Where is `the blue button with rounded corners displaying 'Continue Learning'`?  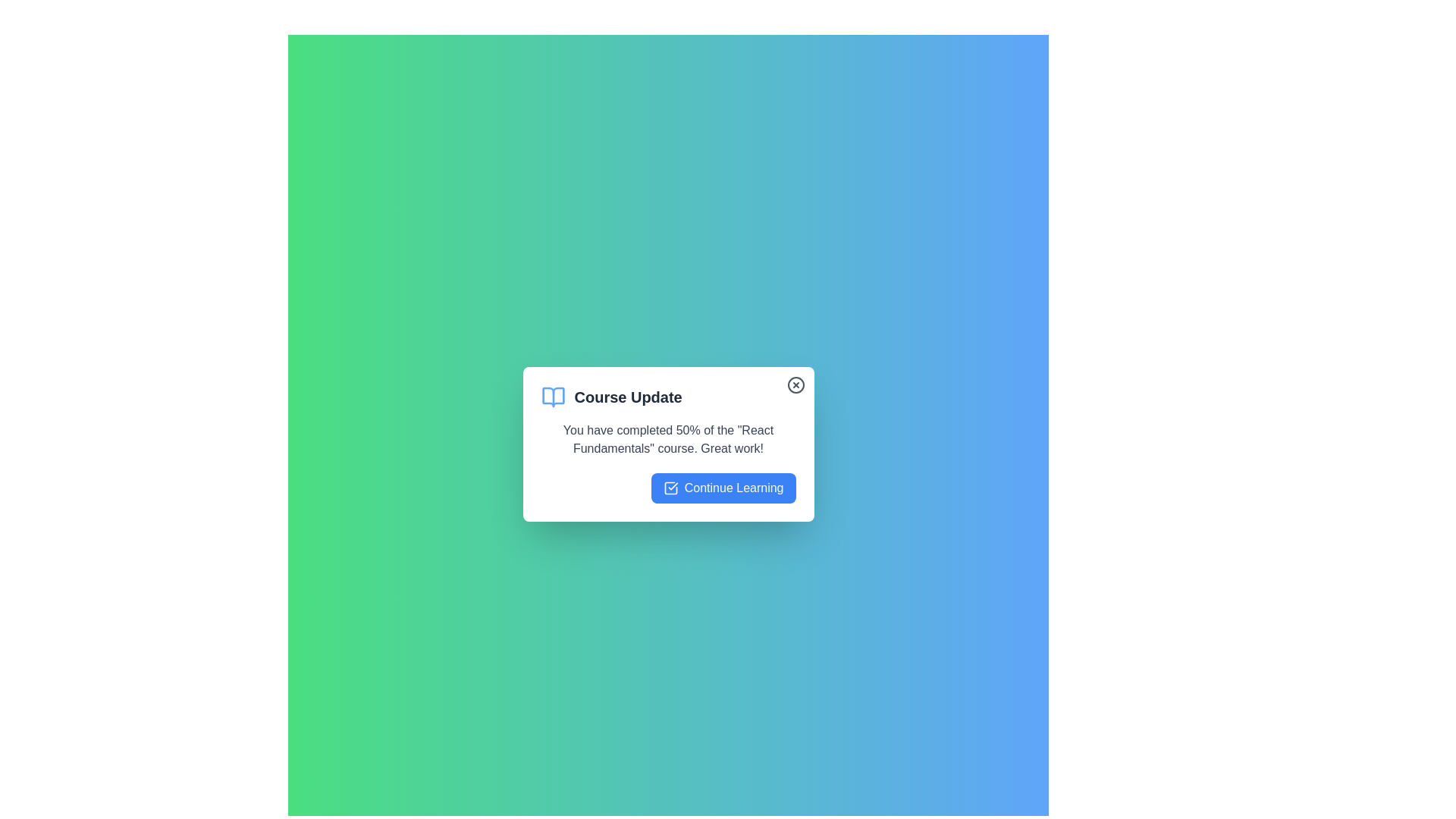
the blue button with rounded corners displaying 'Continue Learning' is located at coordinates (723, 488).